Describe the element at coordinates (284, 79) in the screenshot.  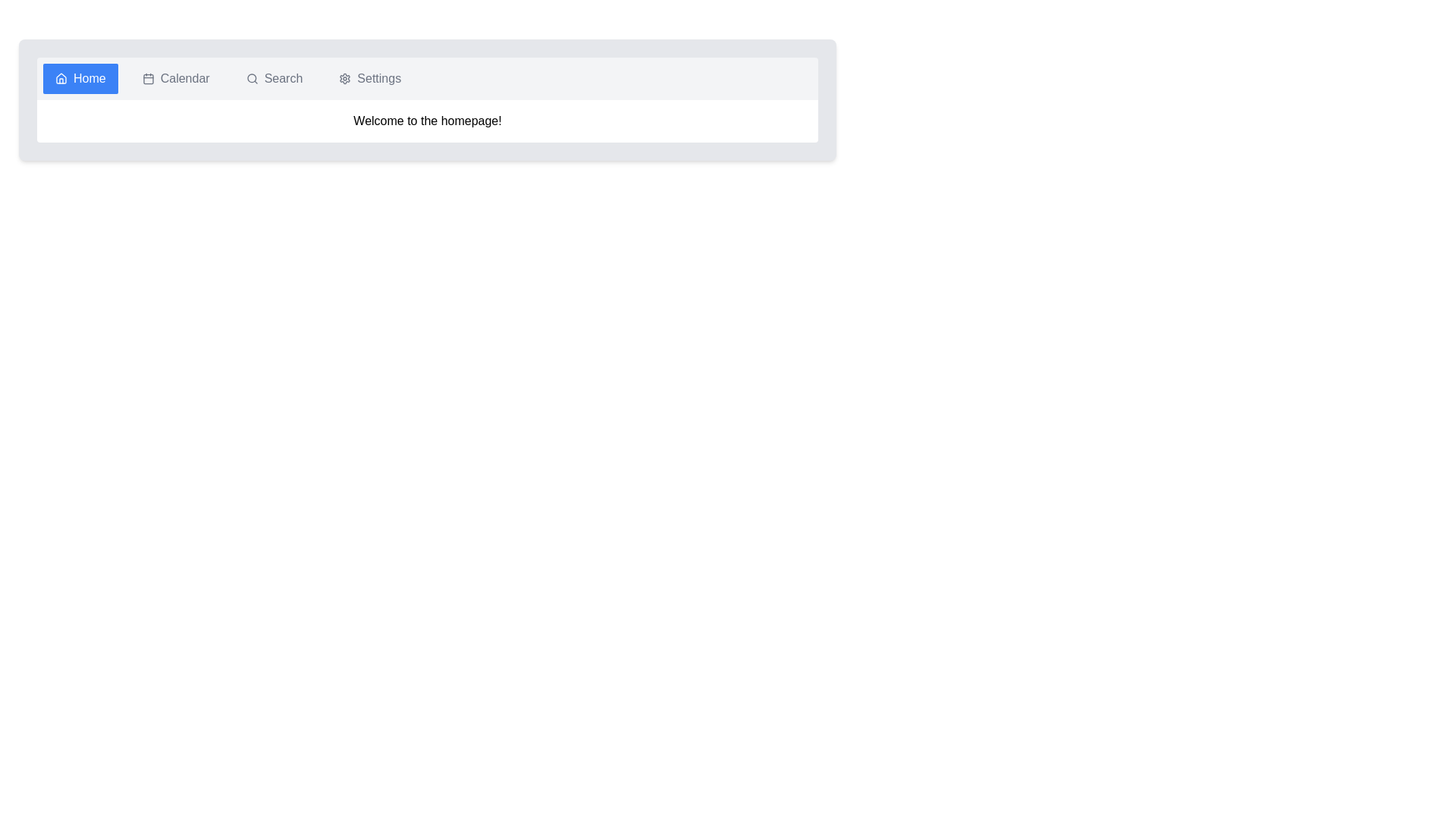
I see `the 'Search' text label, which is styled in gray and located next to a magnifying glass icon in the navigation bar` at that location.